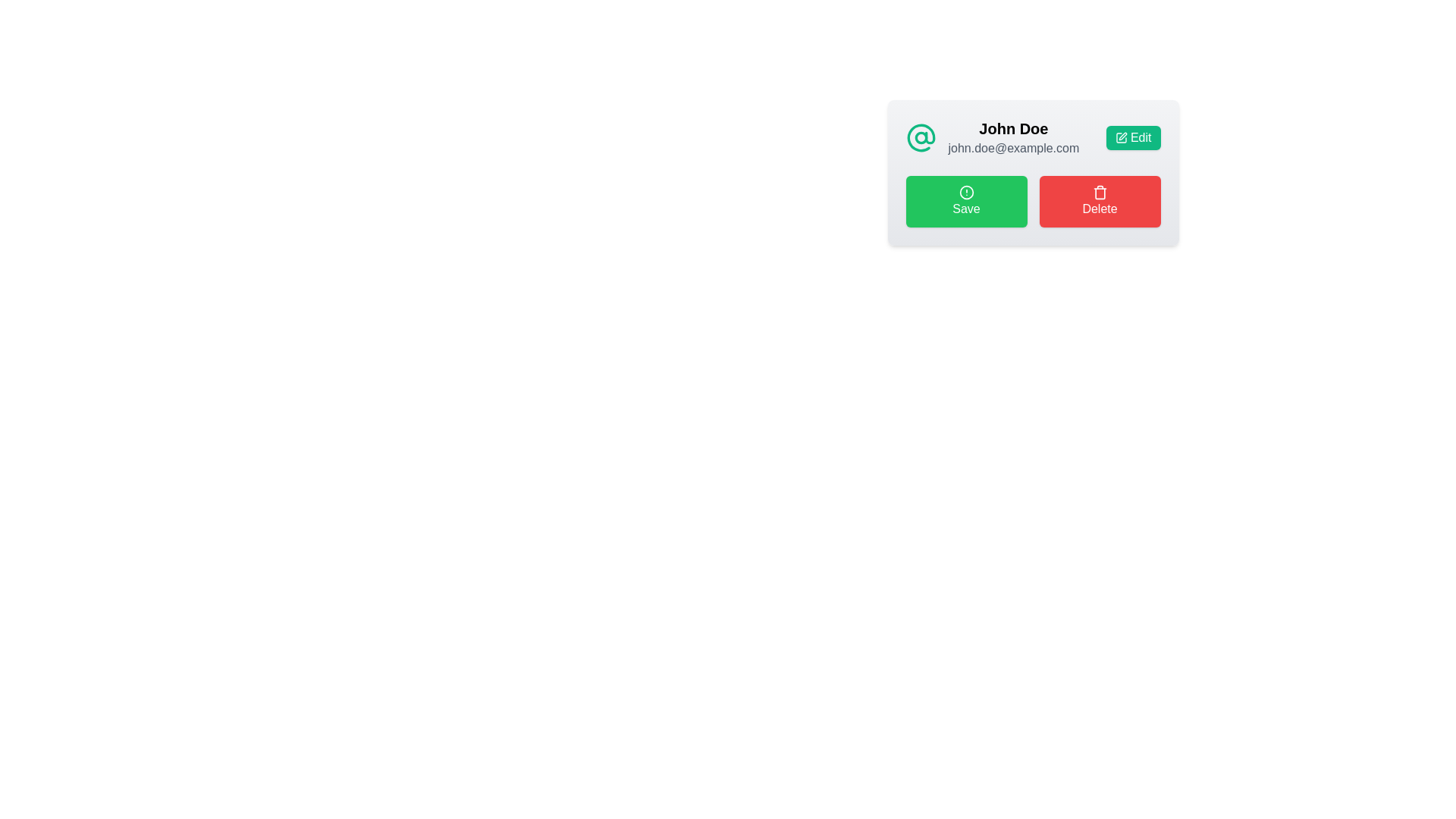 This screenshot has width=1456, height=819. What do you see at coordinates (1100, 192) in the screenshot?
I see `the delete icon located centrally within the red 'Delete' button on the user info card, which is positioned to the right of the green 'Save' button` at bounding box center [1100, 192].